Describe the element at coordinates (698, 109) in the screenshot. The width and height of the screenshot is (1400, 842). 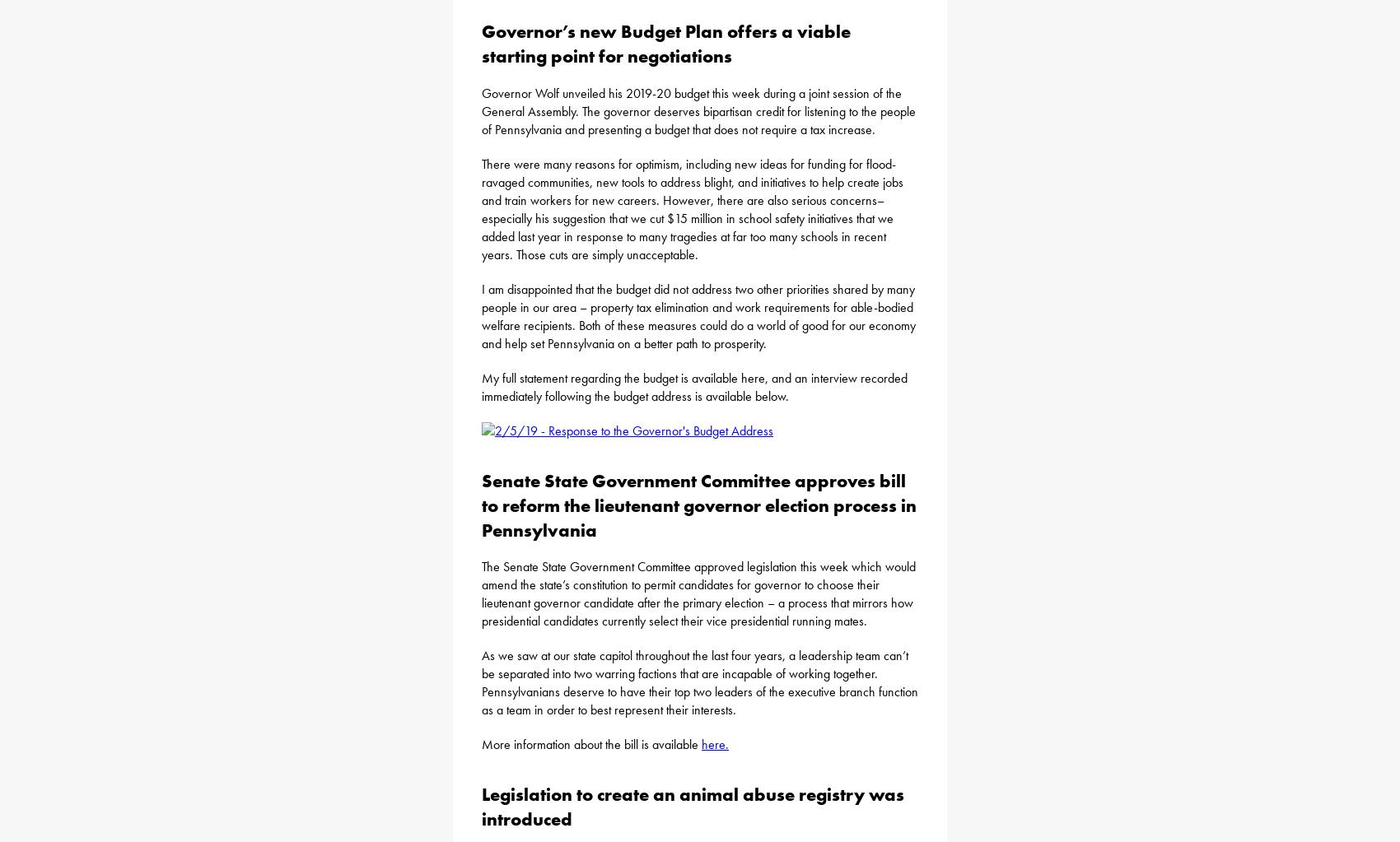
I see `'Governor Wolf unveiled his 2019-20 budget this week during a joint session of the General Assembly. The governor deserves bipartisan credit for listening to the people of Pennsylvania and presenting a budget that does not require a tax increase.'` at that location.